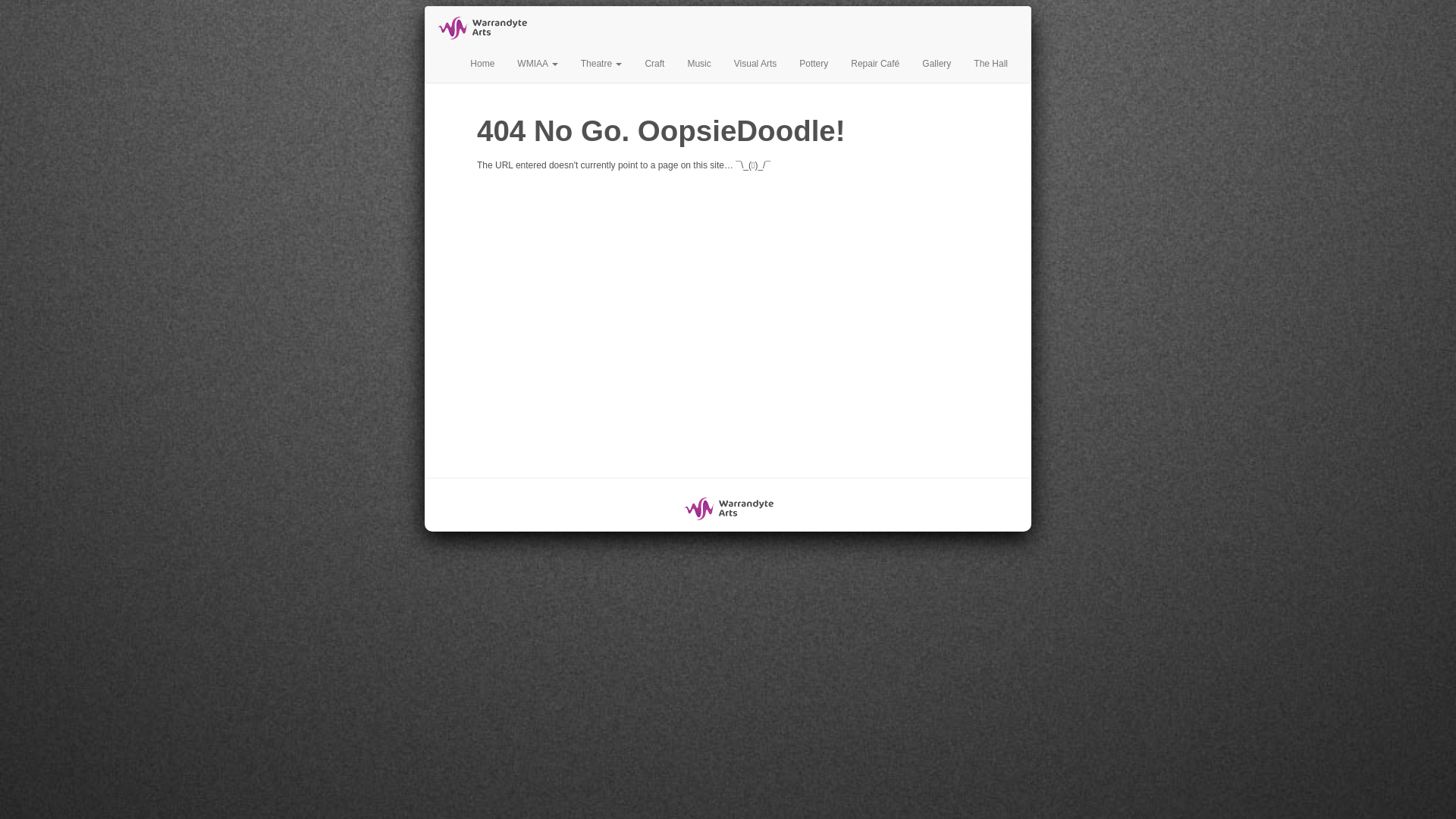 The width and height of the screenshot is (1456, 819). I want to click on 'Pottery', so click(813, 63).